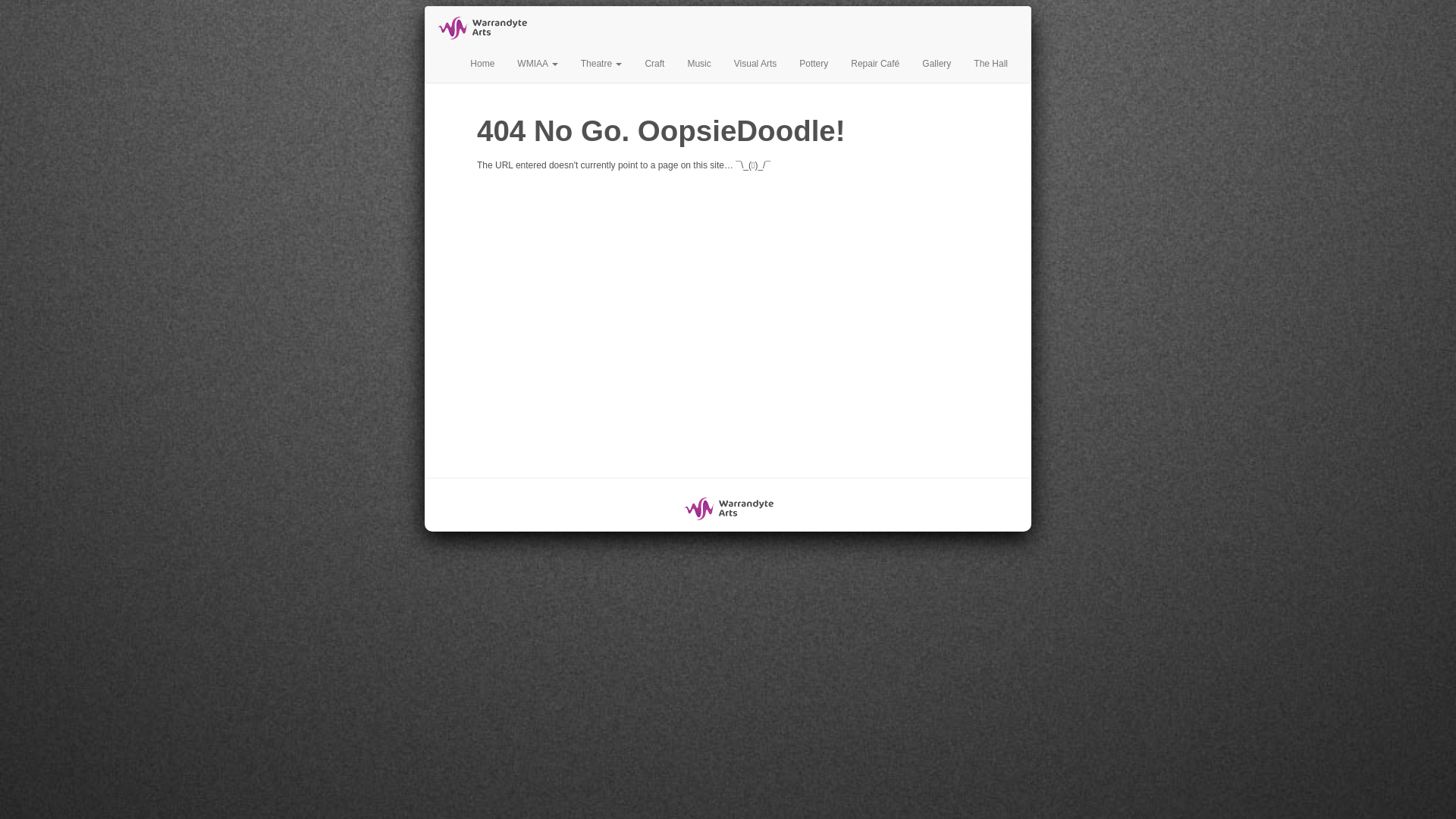 The width and height of the screenshot is (1456, 819). I want to click on 'Pottery', so click(813, 63).